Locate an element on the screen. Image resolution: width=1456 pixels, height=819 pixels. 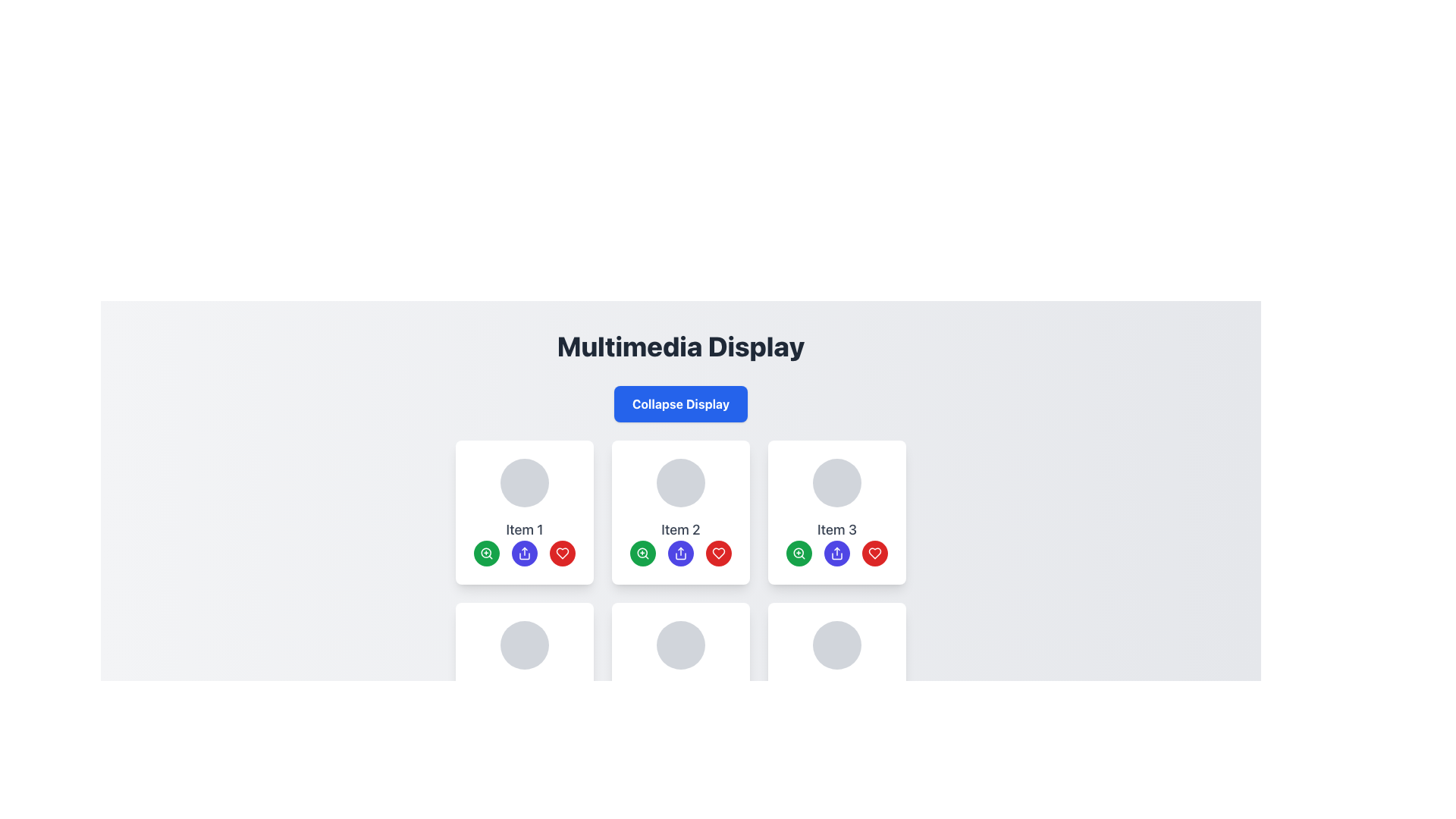
the middle circular button located at the bottom of the 'Item 1' card to initiate the sharing functionality is located at coordinates (524, 553).